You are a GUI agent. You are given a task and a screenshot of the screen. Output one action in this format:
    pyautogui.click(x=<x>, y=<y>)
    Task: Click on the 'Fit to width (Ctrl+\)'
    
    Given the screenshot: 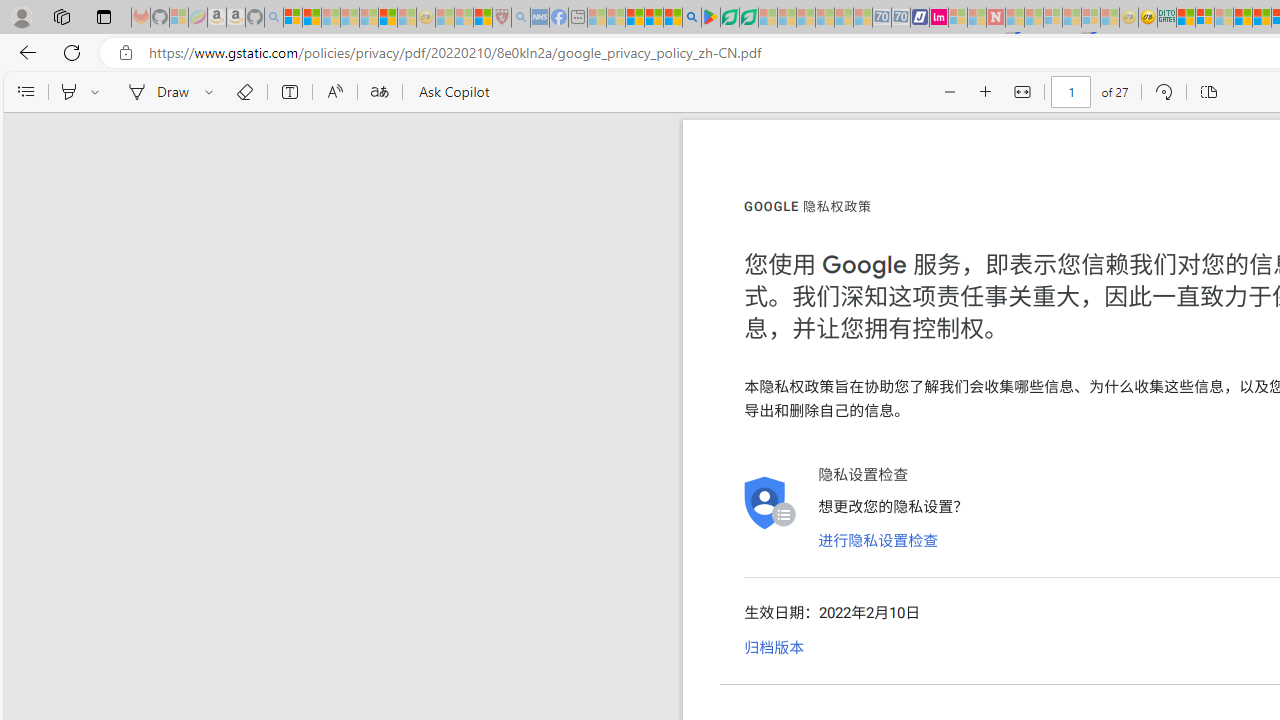 What is the action you would take?
    pyautogui.click(x=1022, y=92)
    